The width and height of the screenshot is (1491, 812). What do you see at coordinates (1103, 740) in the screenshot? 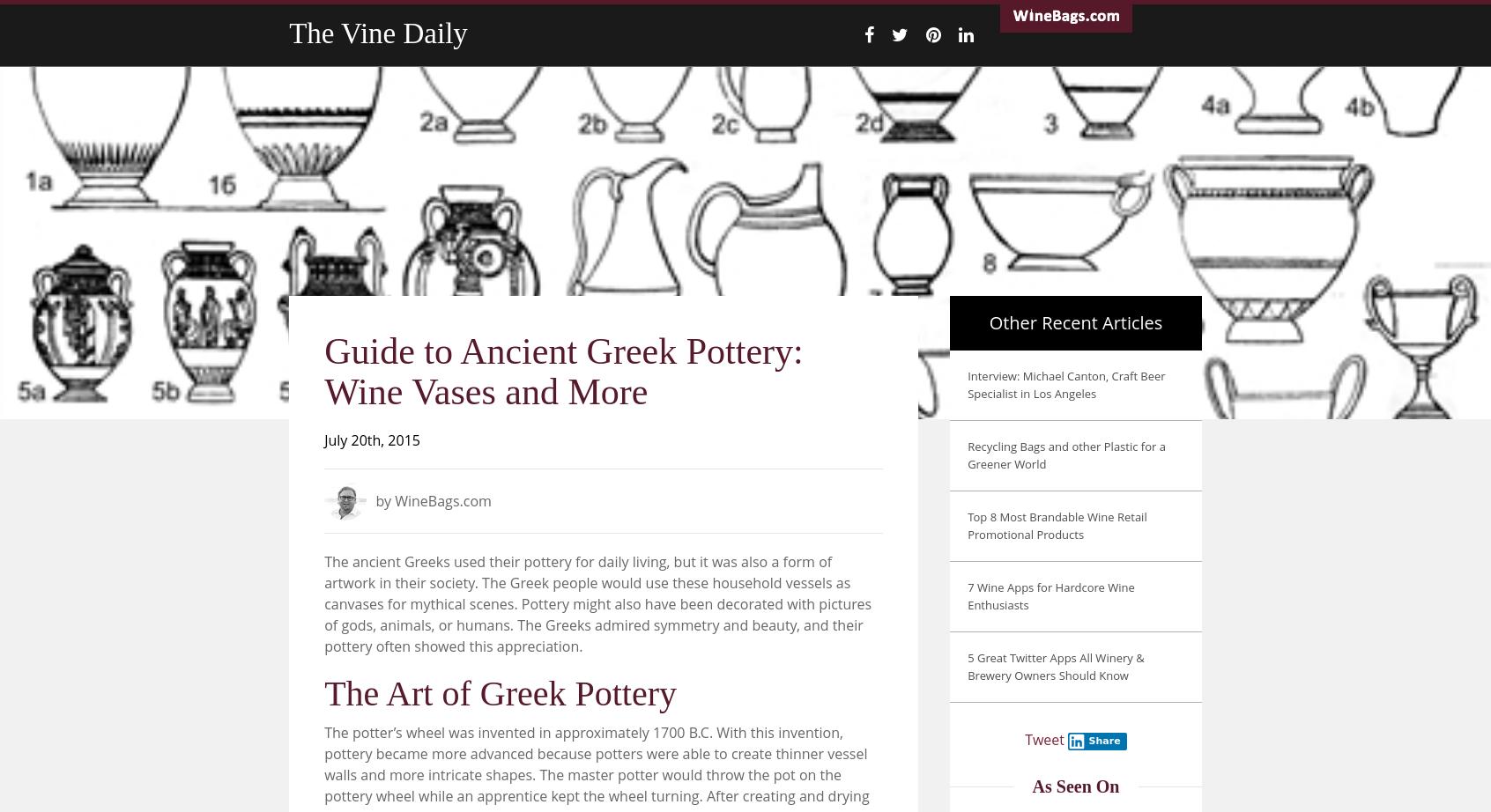
I see `'Share'` at bounding box center [1103, 740].